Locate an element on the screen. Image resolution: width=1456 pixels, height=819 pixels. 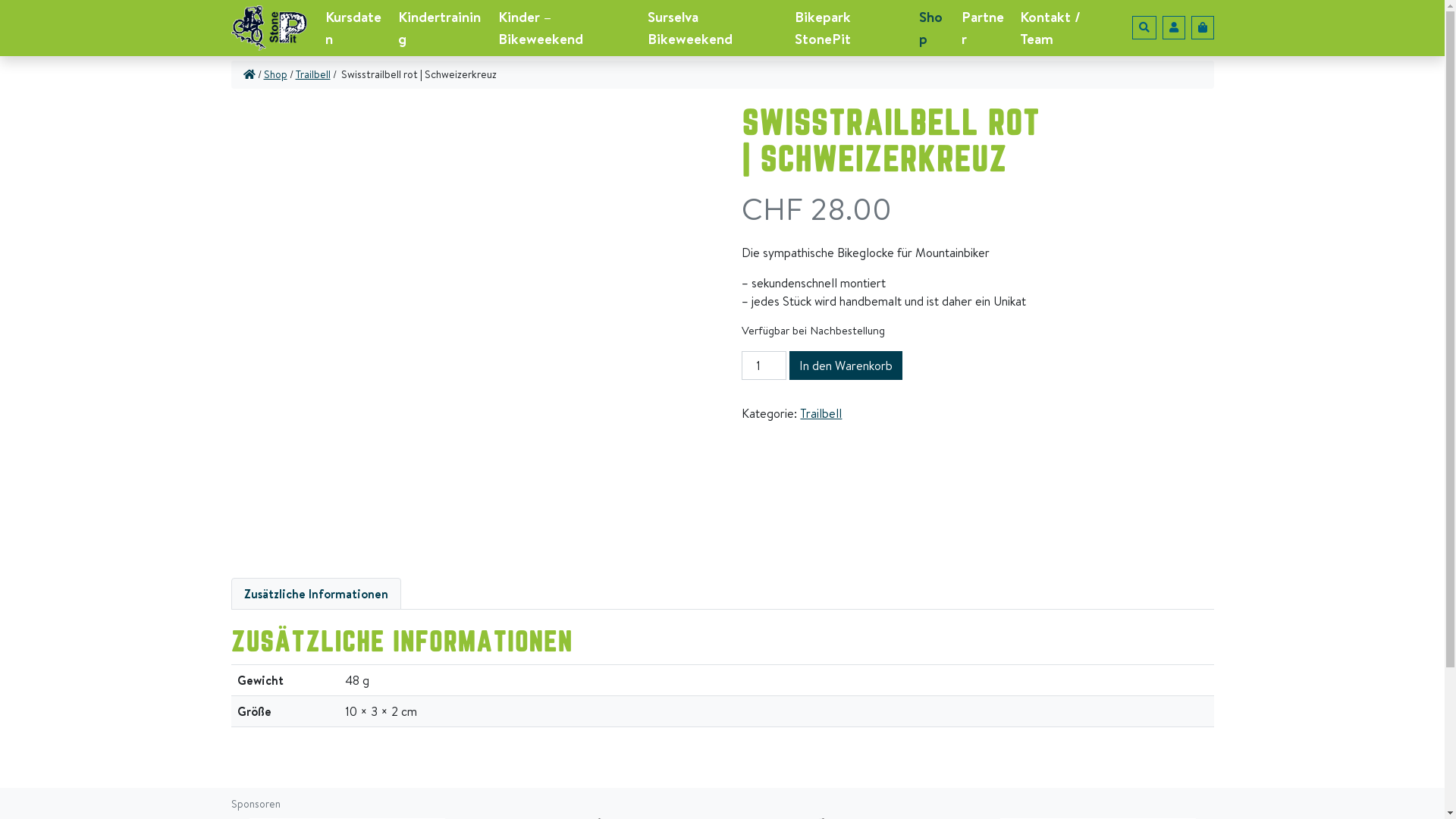
'Bikepark StonePit' is located at coordinates (851, 28).